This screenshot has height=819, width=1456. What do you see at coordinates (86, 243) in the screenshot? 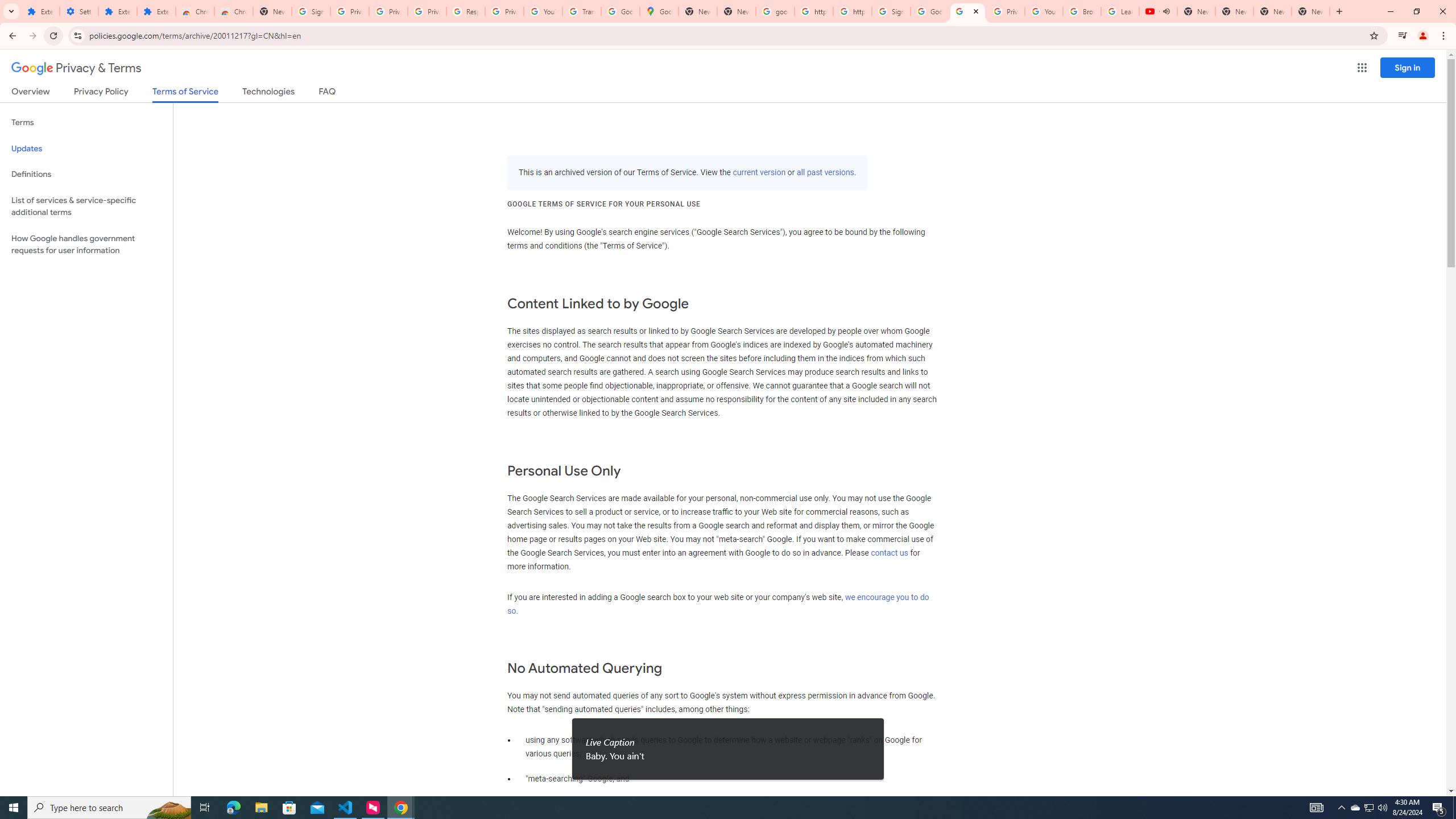
I see `'How Google handles government requests for user information'` at bounding box center [86, 243].